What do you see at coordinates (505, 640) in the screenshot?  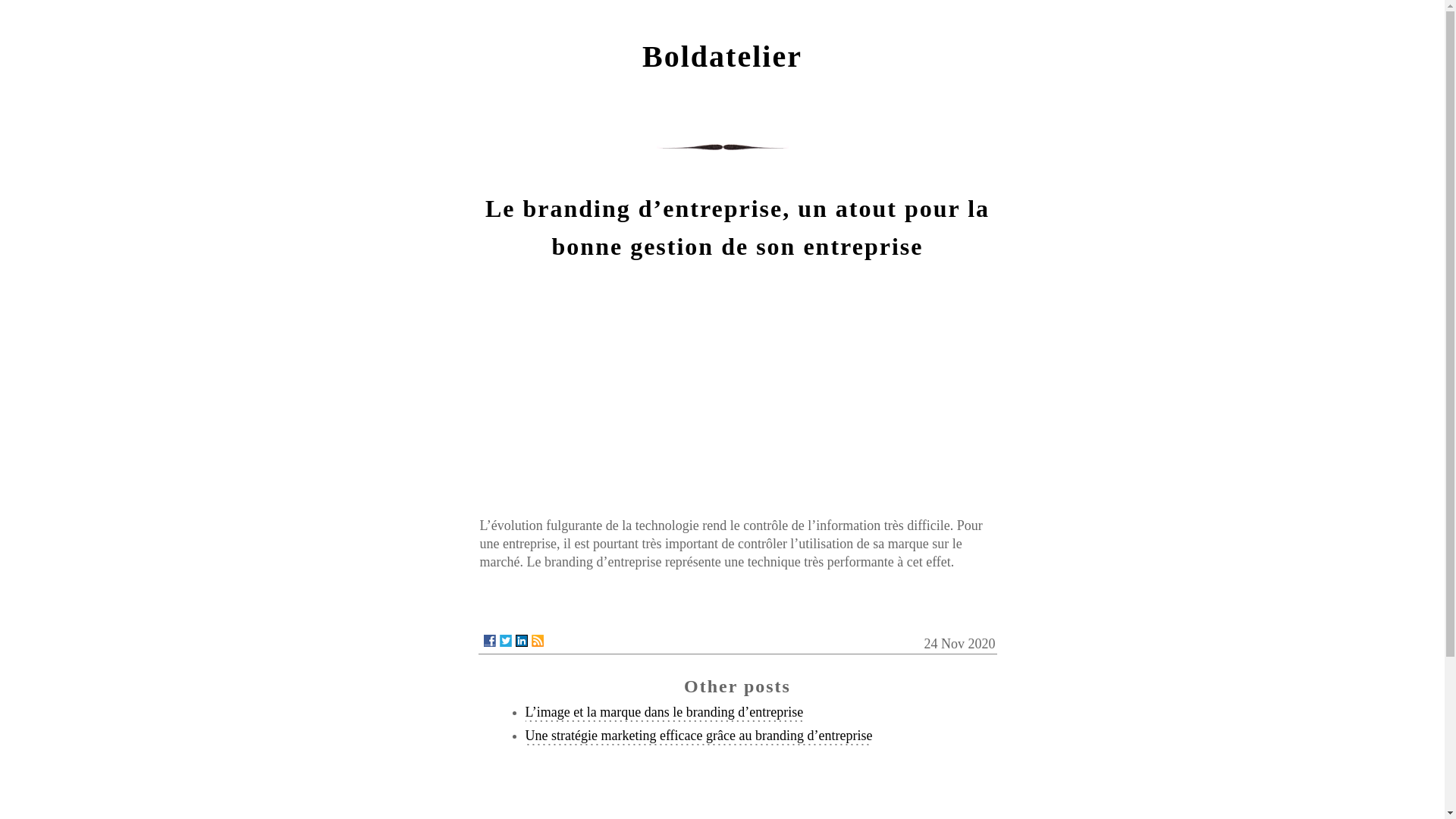 I see `'Twitter'` at bounding box center [505, 640].